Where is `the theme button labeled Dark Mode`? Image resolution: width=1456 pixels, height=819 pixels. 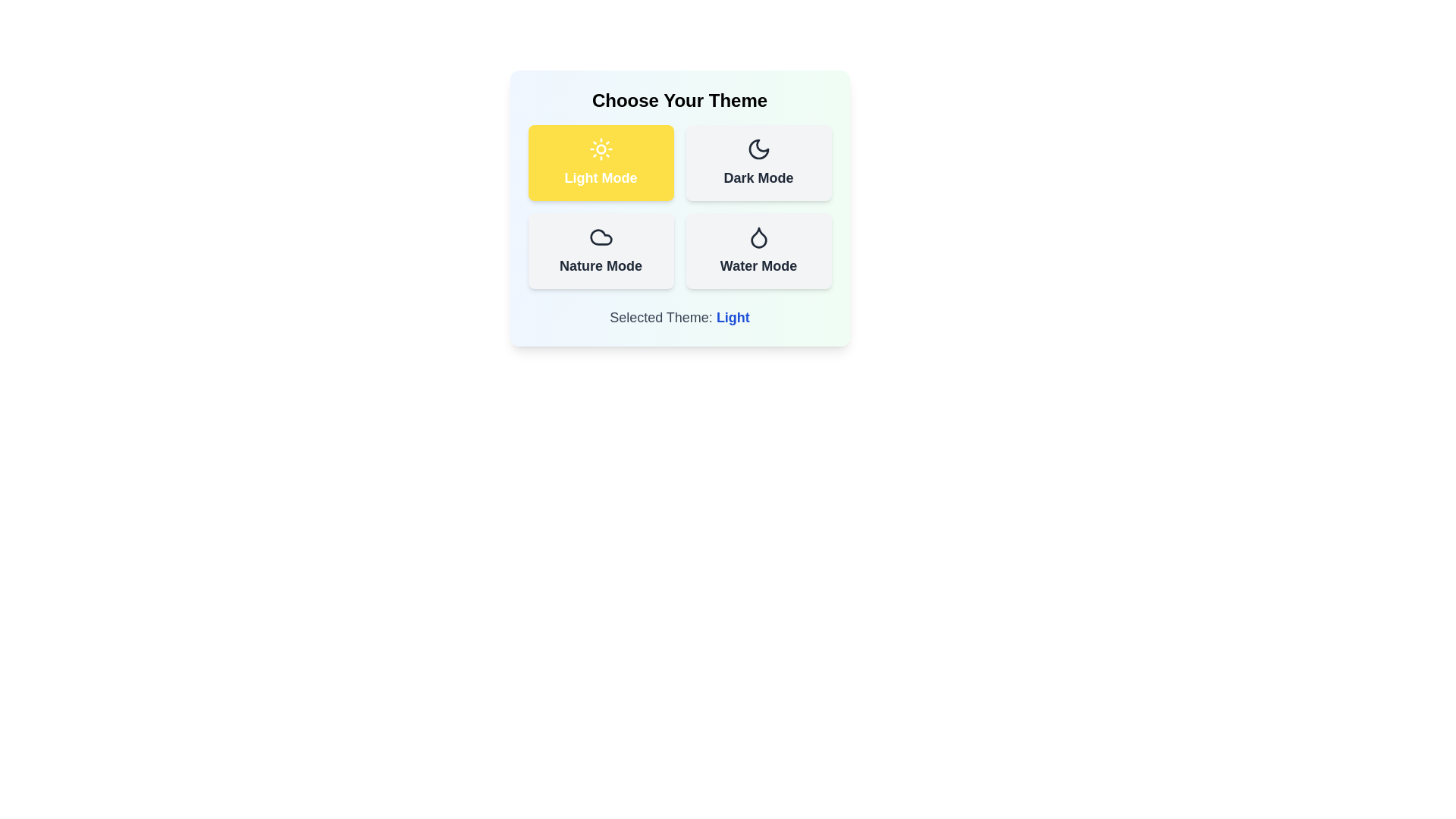 the theme button labeled Dark Mode is located at coordinates (758, 163).